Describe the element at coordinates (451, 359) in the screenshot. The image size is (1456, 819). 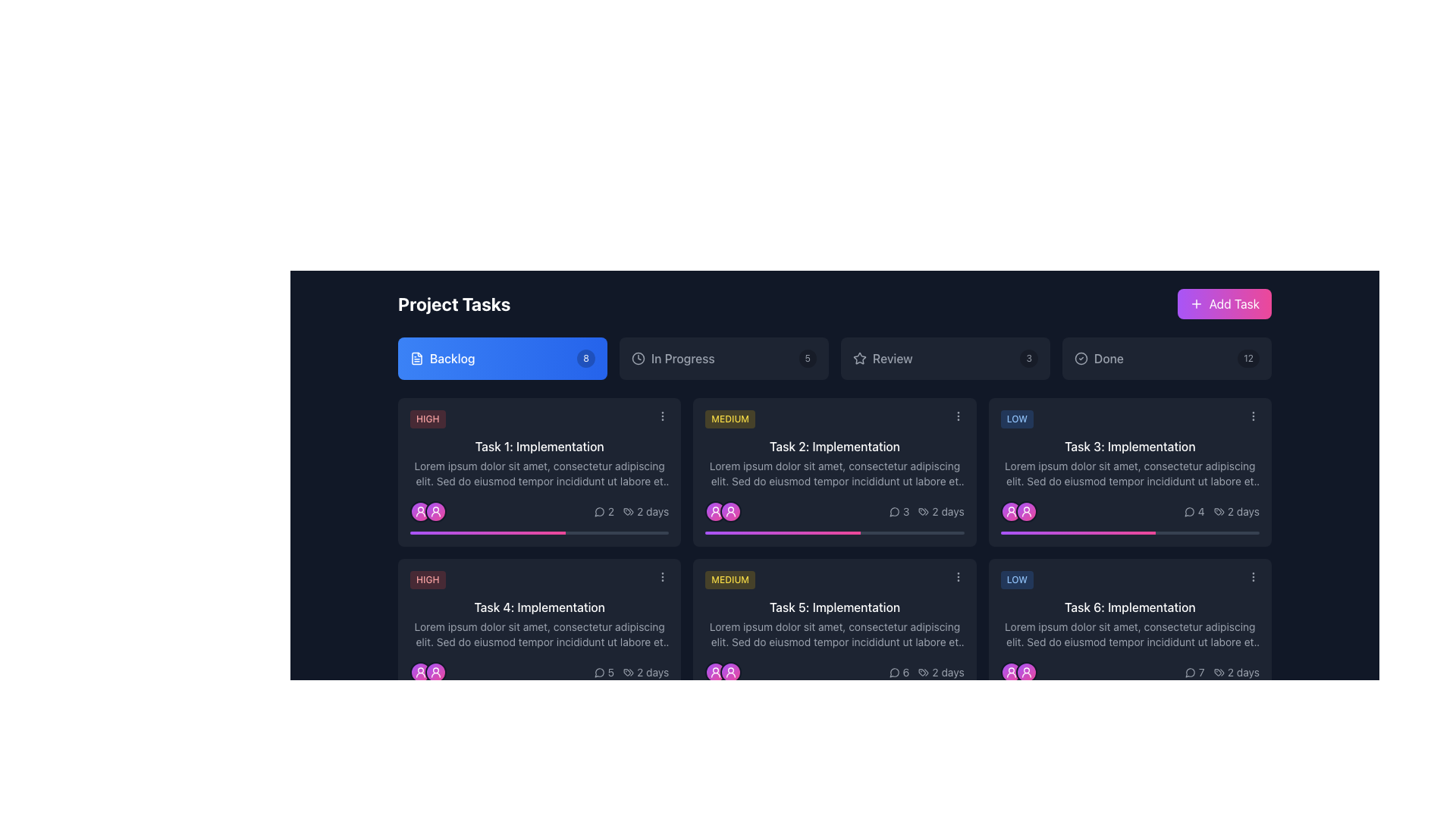
I see `the 'Backlog' label, which is located in the top-left portion of the interface, adjacent to a document icon and a numeric marker badge` at that location.